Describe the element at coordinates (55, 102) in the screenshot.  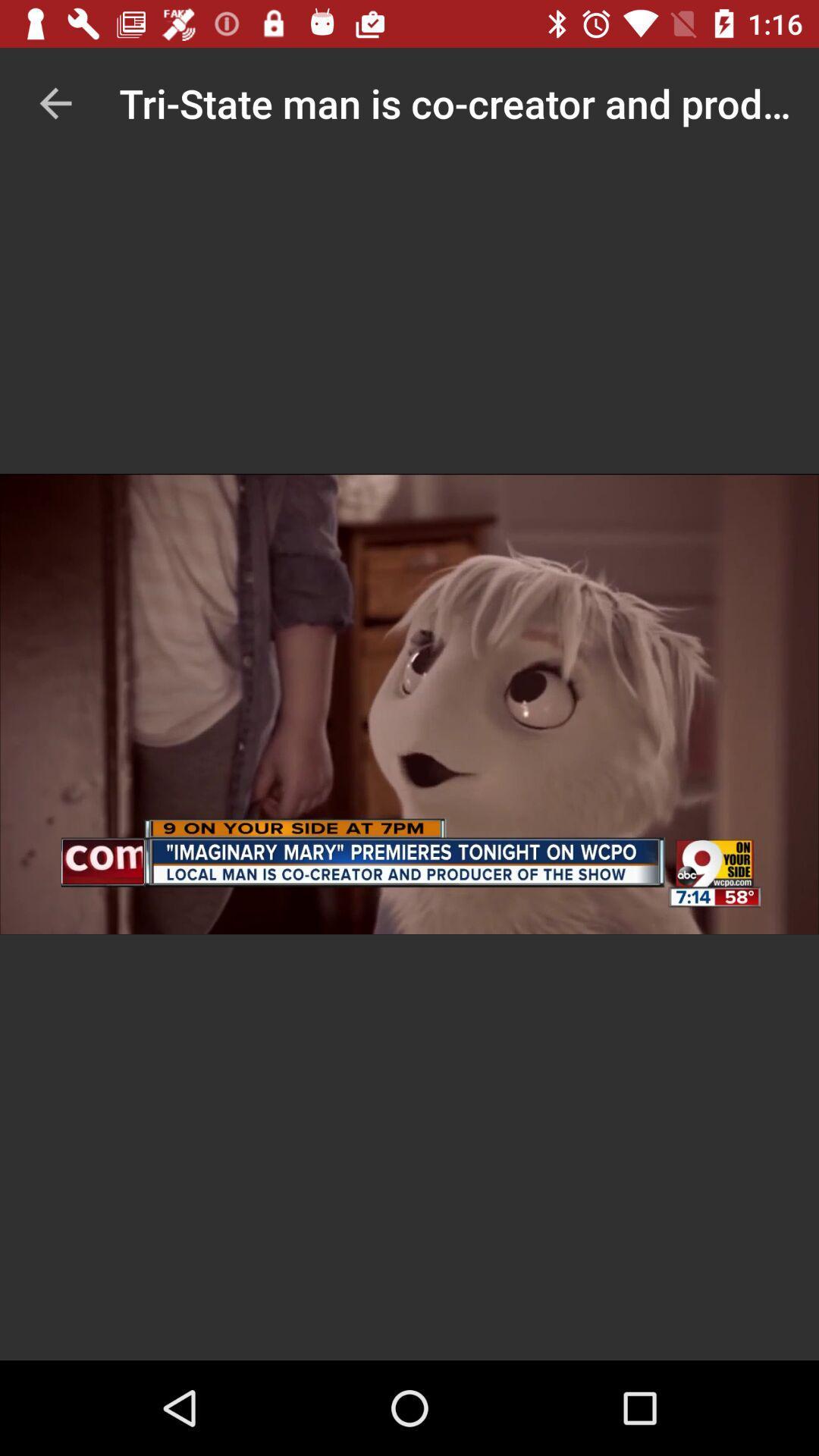
I see `the item to the left of tri state man item` at that location.